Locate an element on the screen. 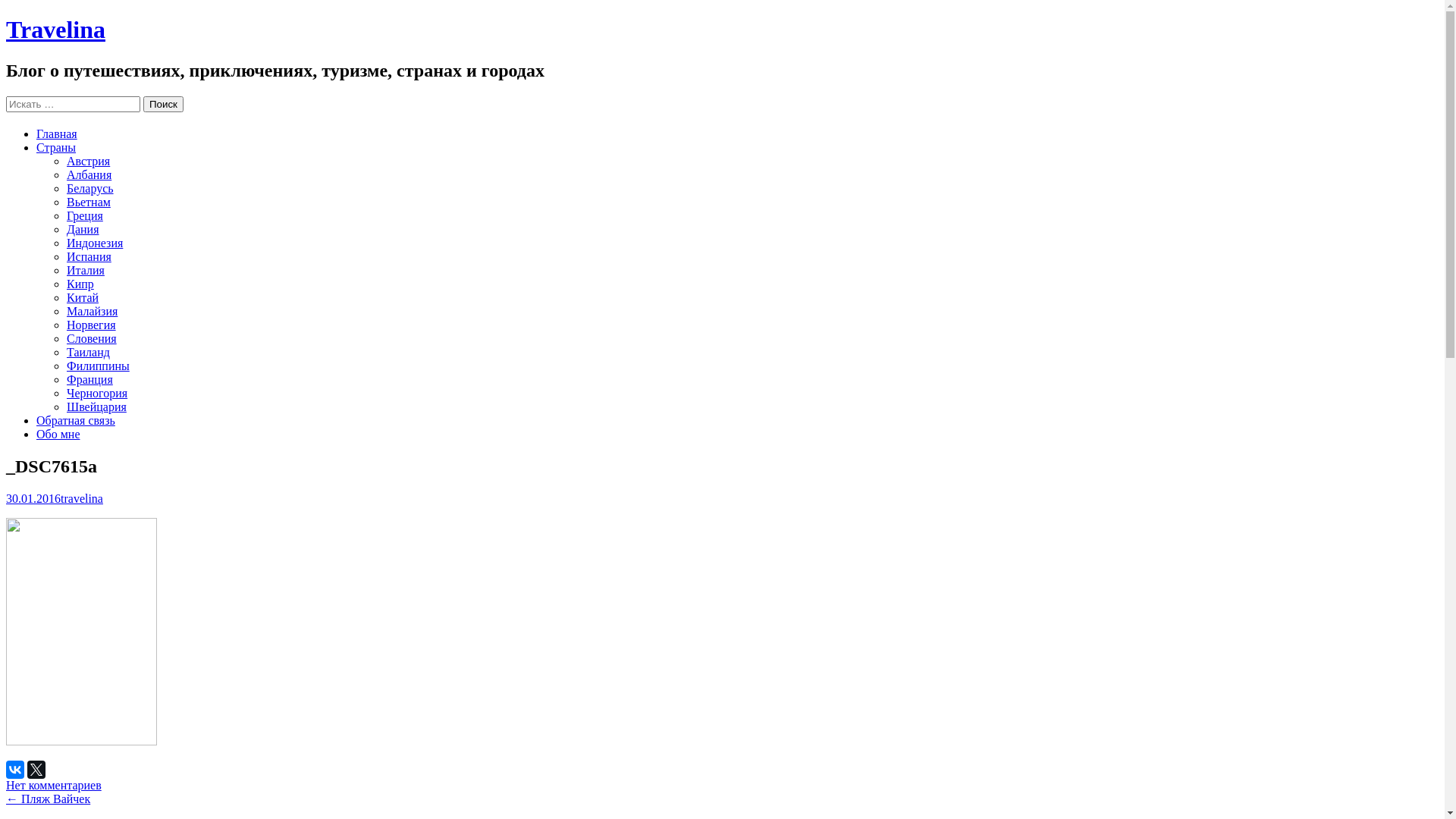 This screenshot has width=1456, height=819. 'Twitter' is located at coordinates (36, 769).